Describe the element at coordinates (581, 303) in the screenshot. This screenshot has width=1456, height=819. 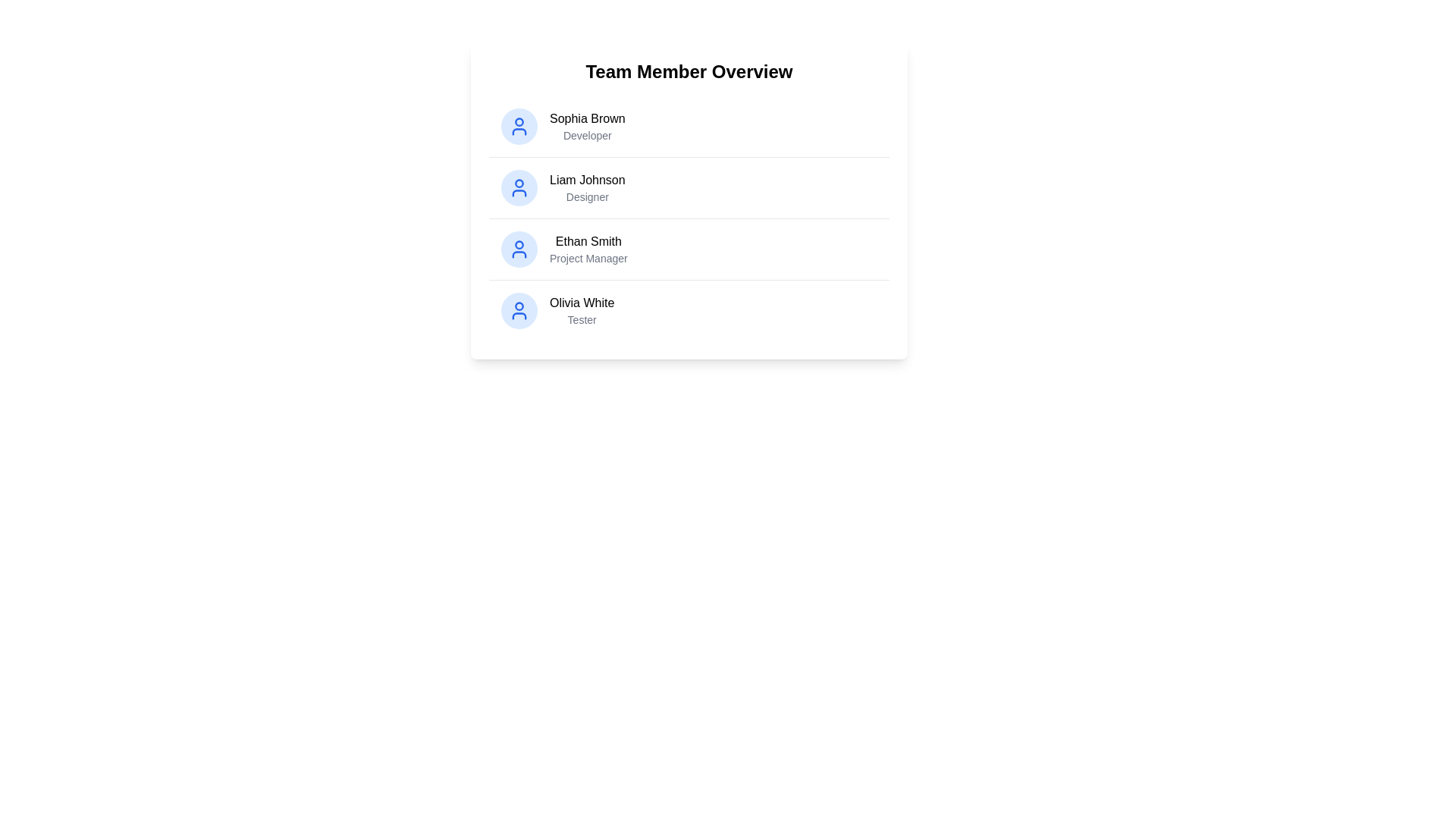
I see `the text label displaying the name 'Olivia White', which is the fourth member in the 'Team Member Overview' list, directly above the role descriptor 'Tester'` at that location.